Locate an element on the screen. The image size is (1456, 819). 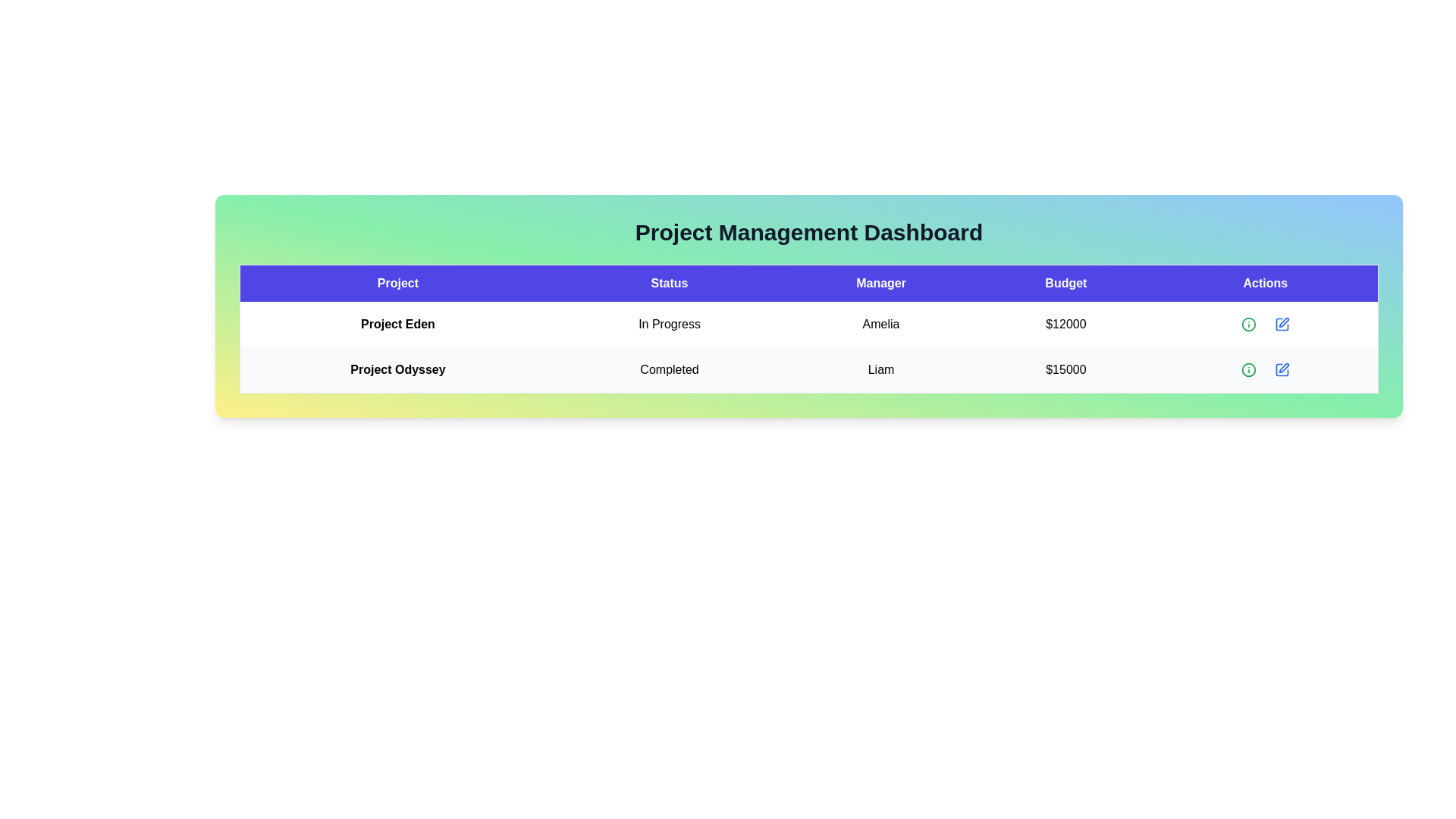
the header element labeled 'Actions' which is positioned at the far right of the table header row, displaying white text on a purple background is located at coordinates (1266, 283).